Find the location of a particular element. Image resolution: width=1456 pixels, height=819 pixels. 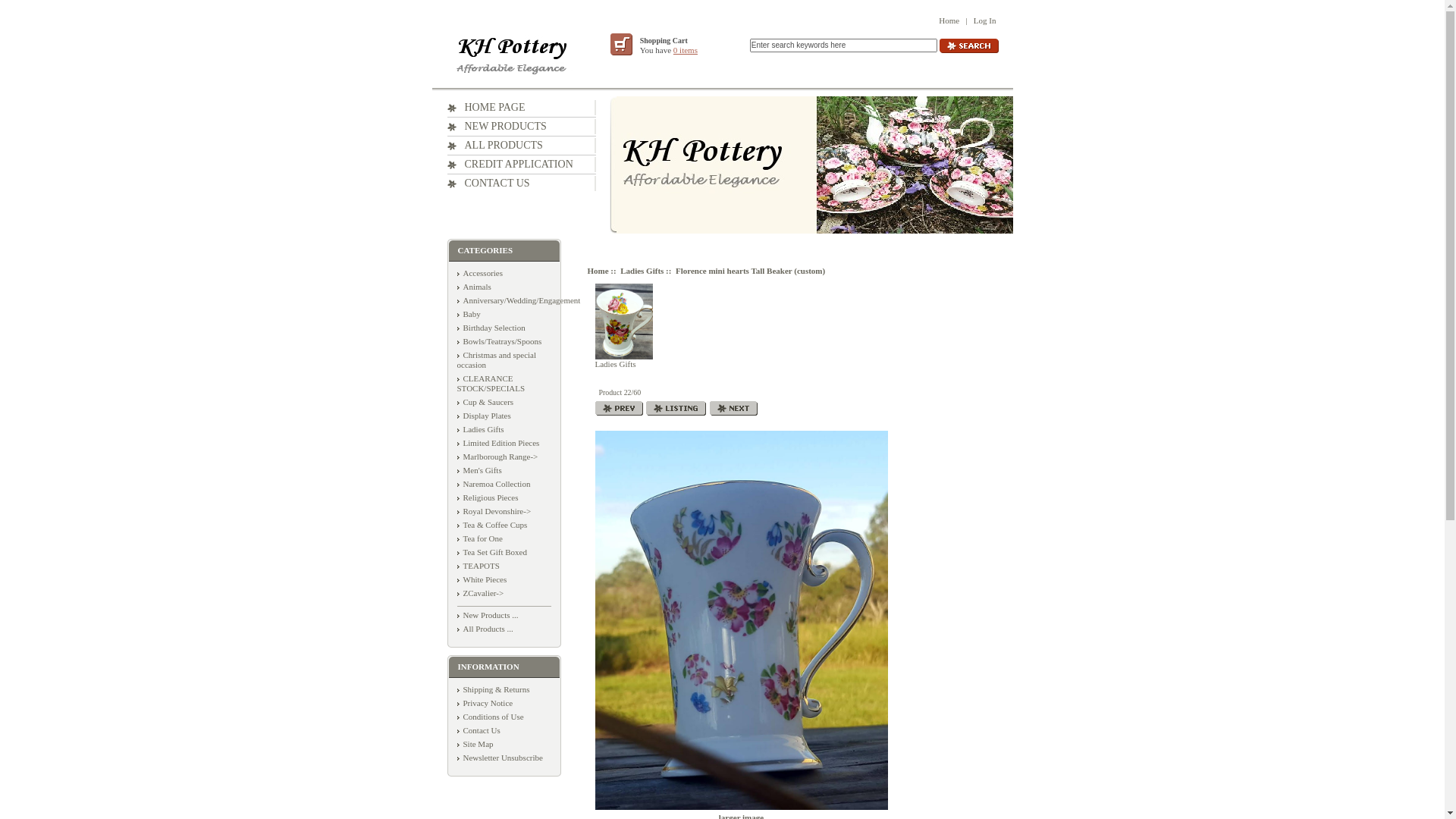

' Search ' is located at coordinates (967, 45).